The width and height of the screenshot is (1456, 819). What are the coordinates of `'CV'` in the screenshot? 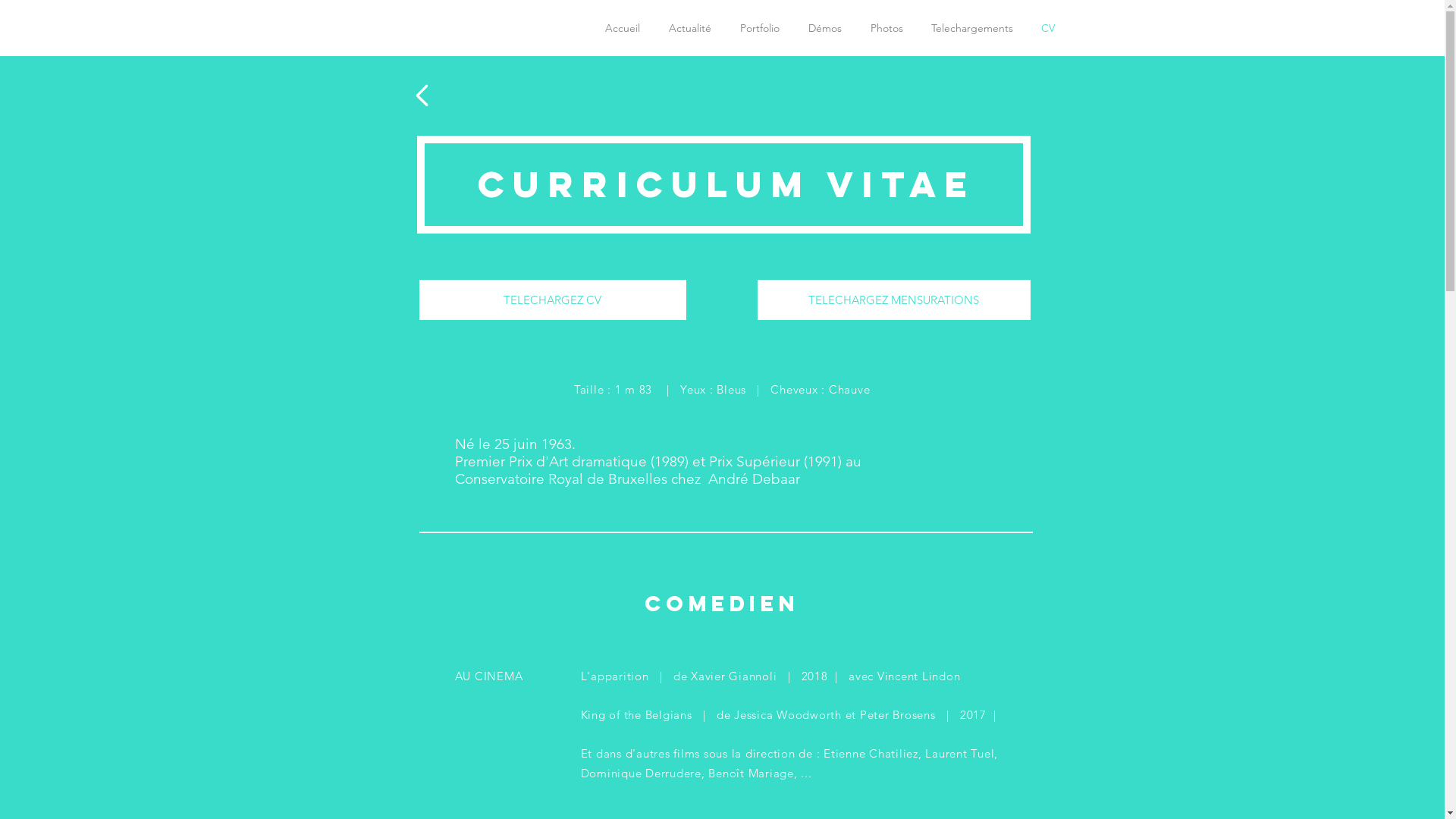 It's located at (1046, 28).